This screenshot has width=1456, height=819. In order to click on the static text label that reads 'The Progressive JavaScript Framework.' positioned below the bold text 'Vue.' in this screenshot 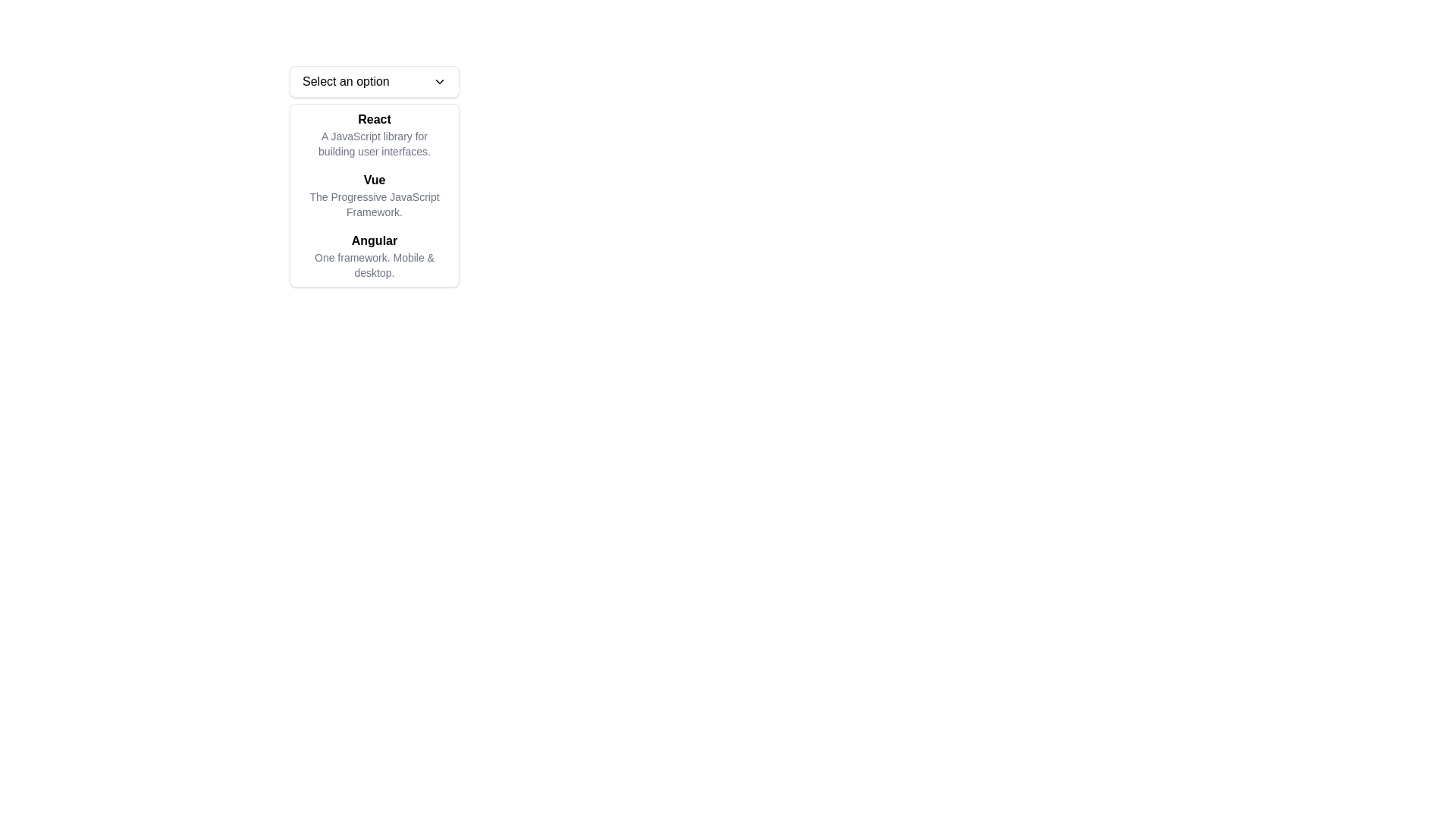, I will do `click(375, 205)`.